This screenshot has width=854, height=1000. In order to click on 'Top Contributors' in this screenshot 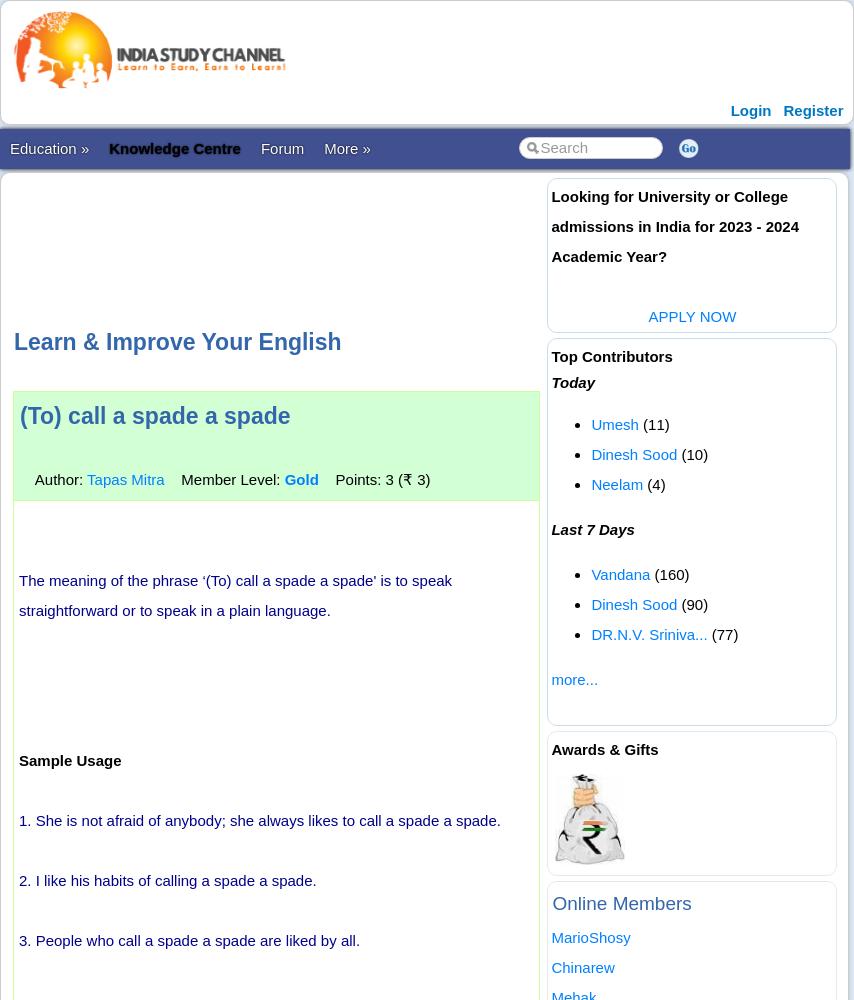, I will do `click(550, 355)`.